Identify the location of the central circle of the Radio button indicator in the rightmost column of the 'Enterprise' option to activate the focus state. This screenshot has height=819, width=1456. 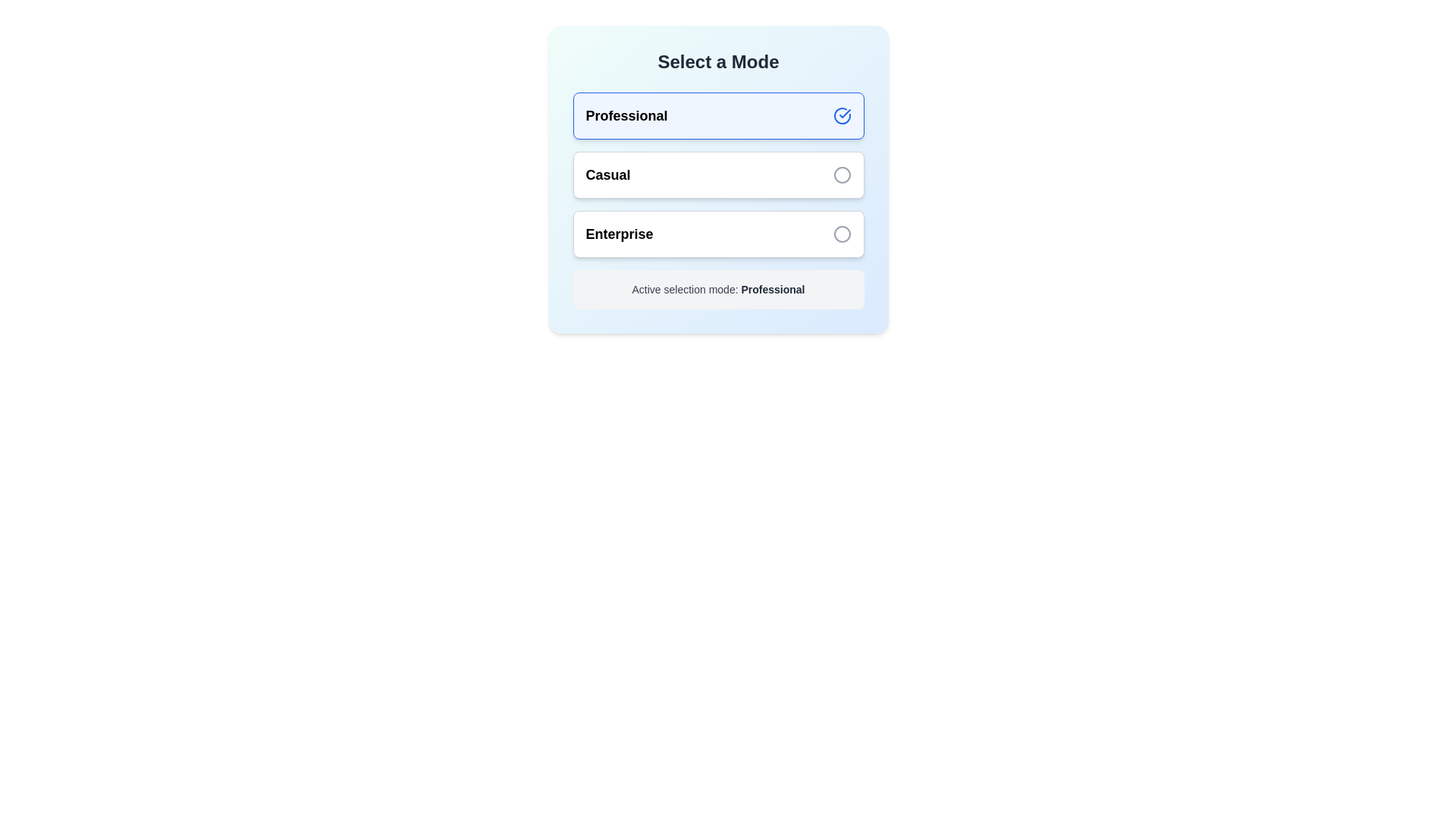
(841, 234).